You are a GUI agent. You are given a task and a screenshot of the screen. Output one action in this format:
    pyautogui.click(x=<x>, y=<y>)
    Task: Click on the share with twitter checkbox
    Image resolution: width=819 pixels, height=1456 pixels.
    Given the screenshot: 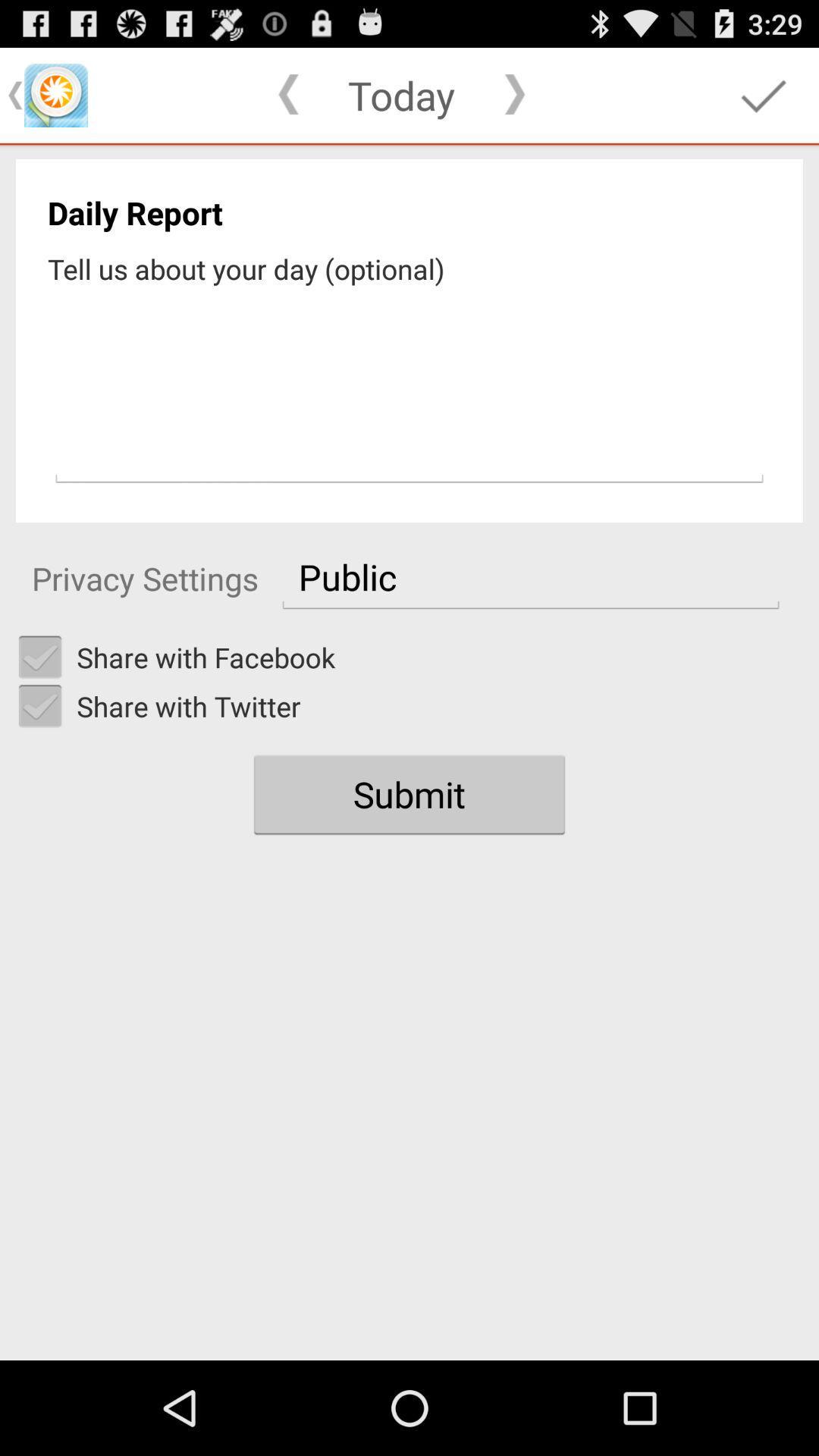 What is the action you would take?
    pyautogui.click(x=39, y=705)
    